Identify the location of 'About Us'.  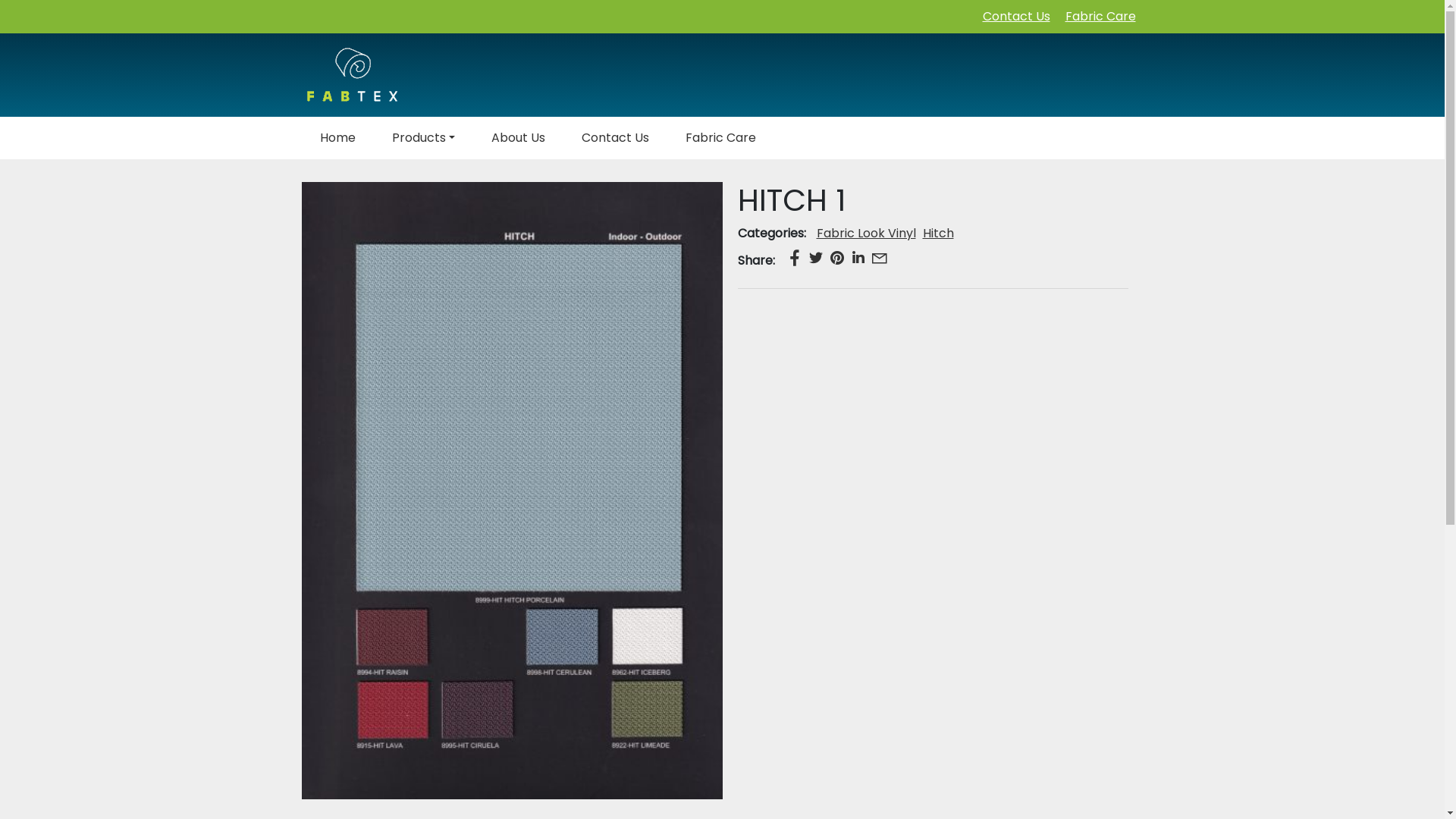
(518, 137).